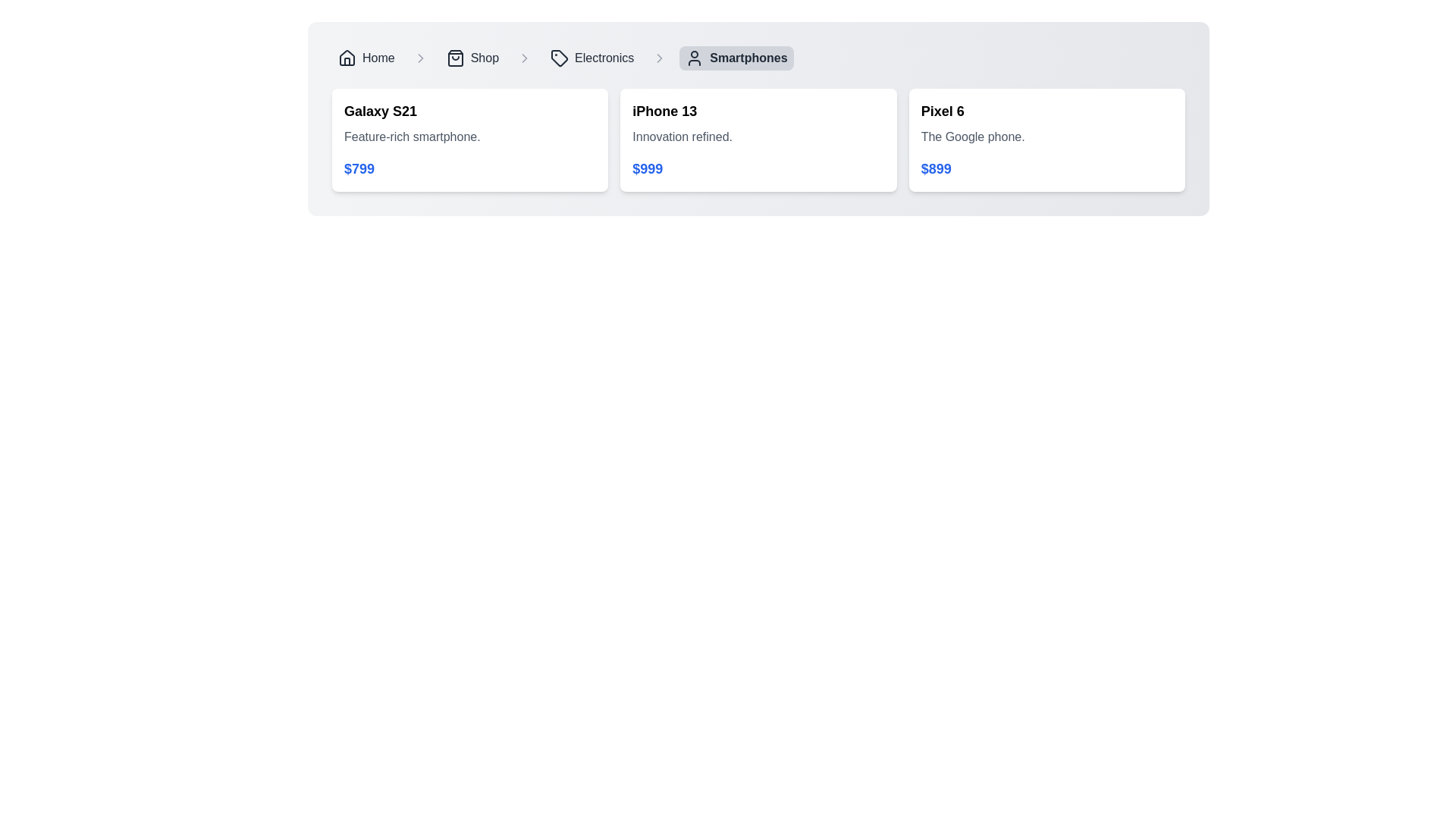  I want to click on the 'Home' icon in the breadcrumb navigation bar, which is a graphical representation of a house, so click(346, 57).